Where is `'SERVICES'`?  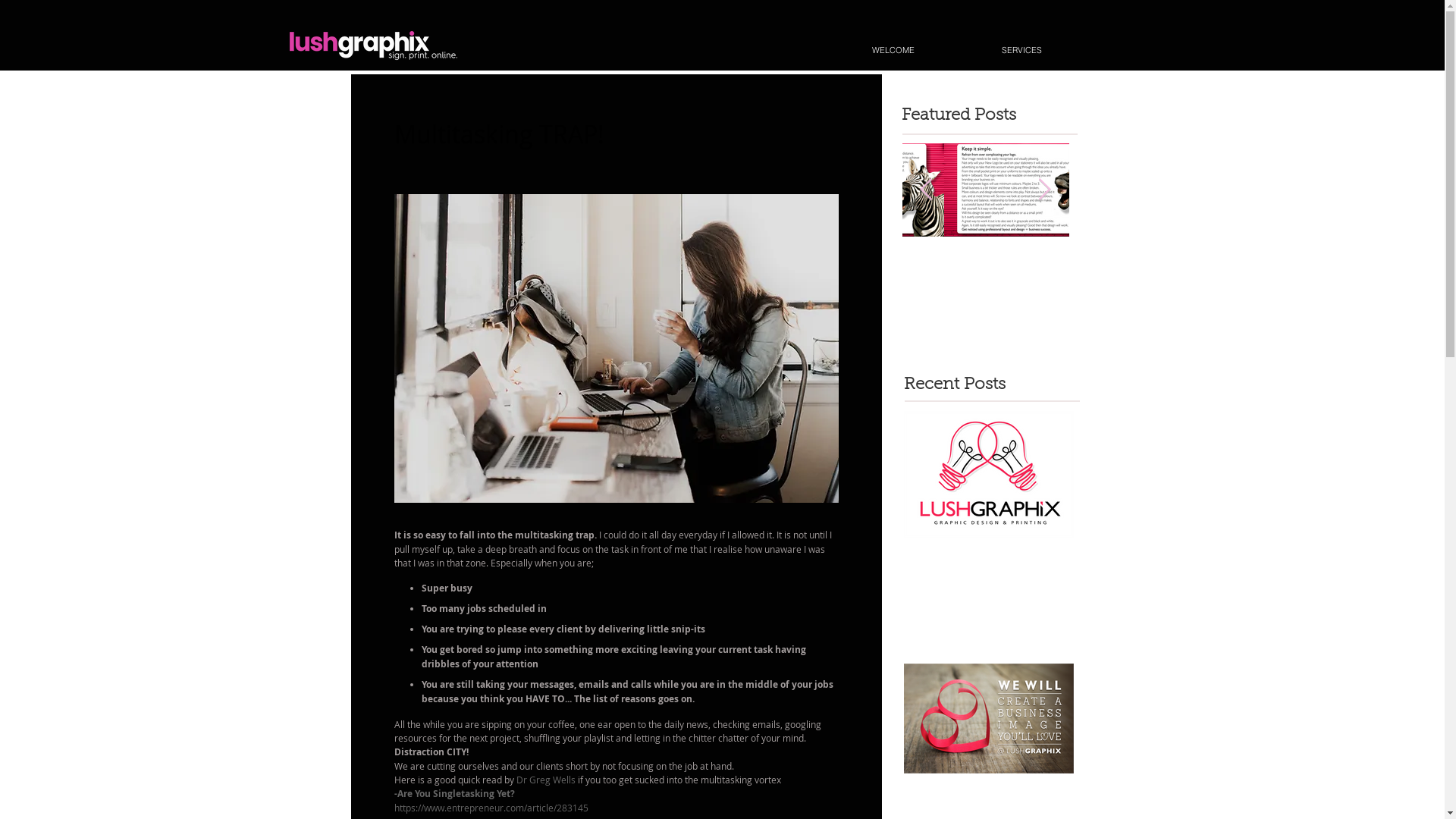 'SERVICES' is located at coordinates (1021, 49).